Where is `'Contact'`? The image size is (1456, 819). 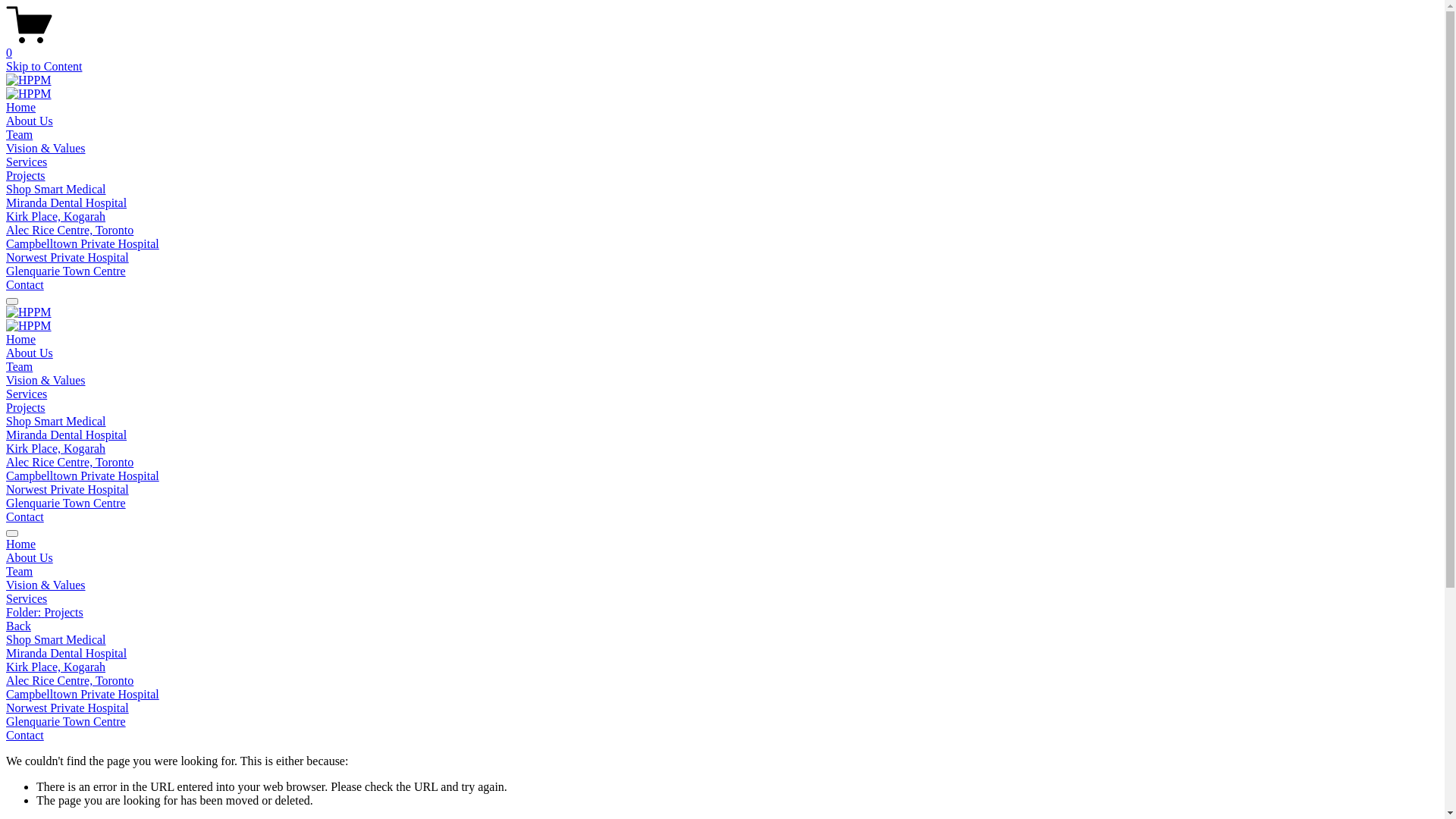 'Contact' is located at coordinates (25, 284).